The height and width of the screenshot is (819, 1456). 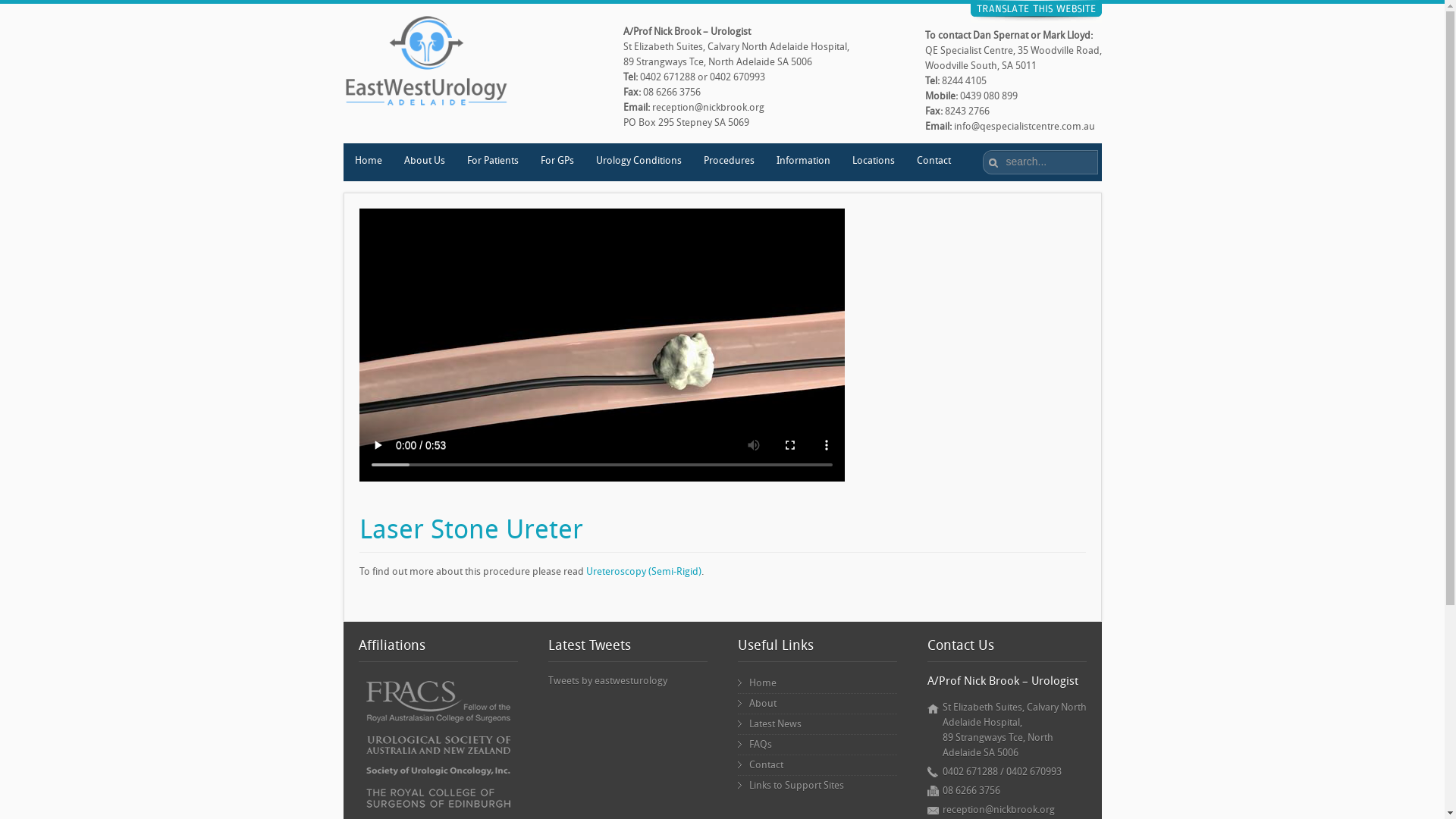 What do you see at coordinates (941, 80) in the screenshot?
I see `'8244 4105'` at bounding box center [941, 80].